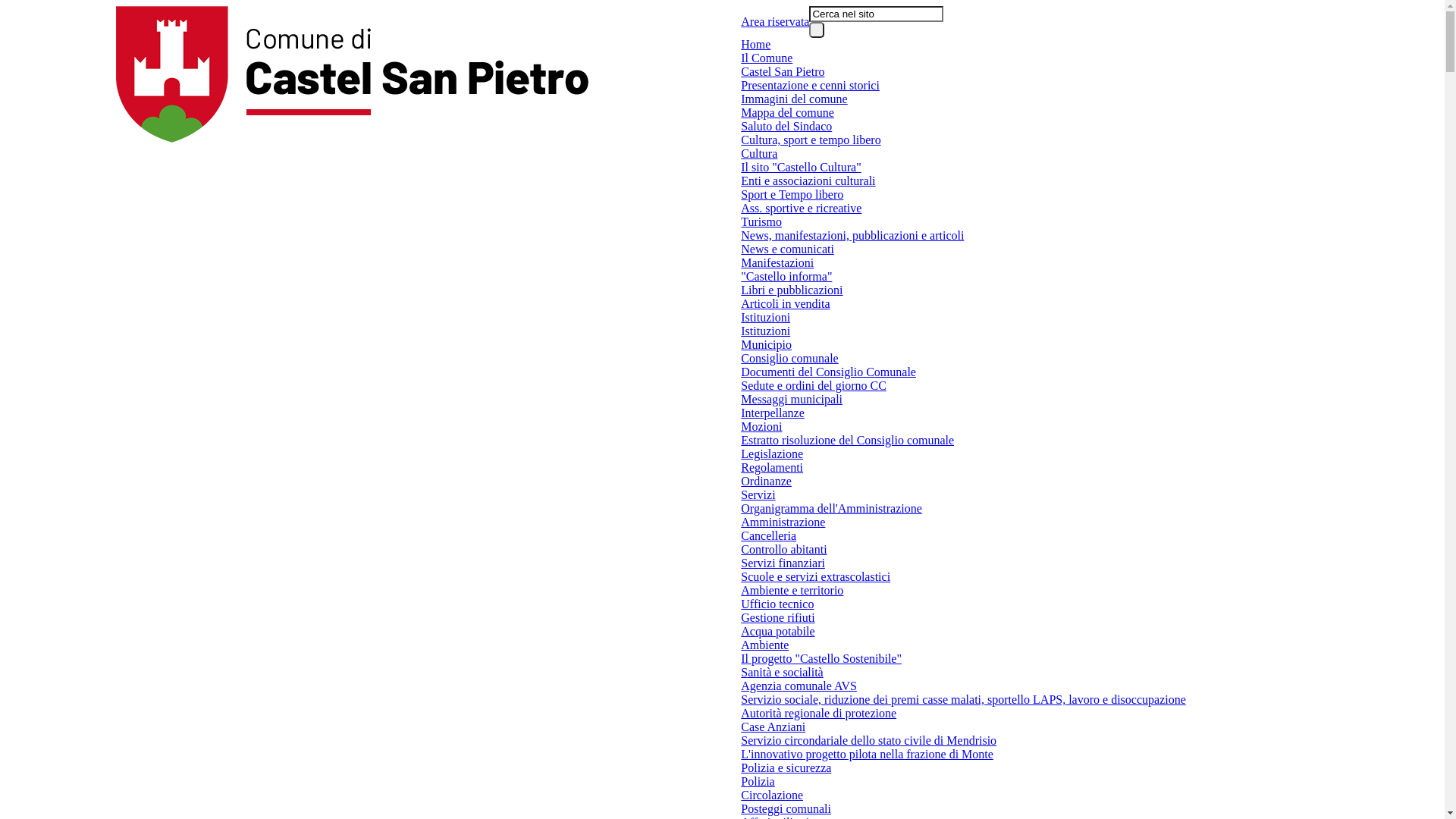  Describe the element at coordinates (792, 99) in the screenshot. I see `'Immagini del comune'` at that location.